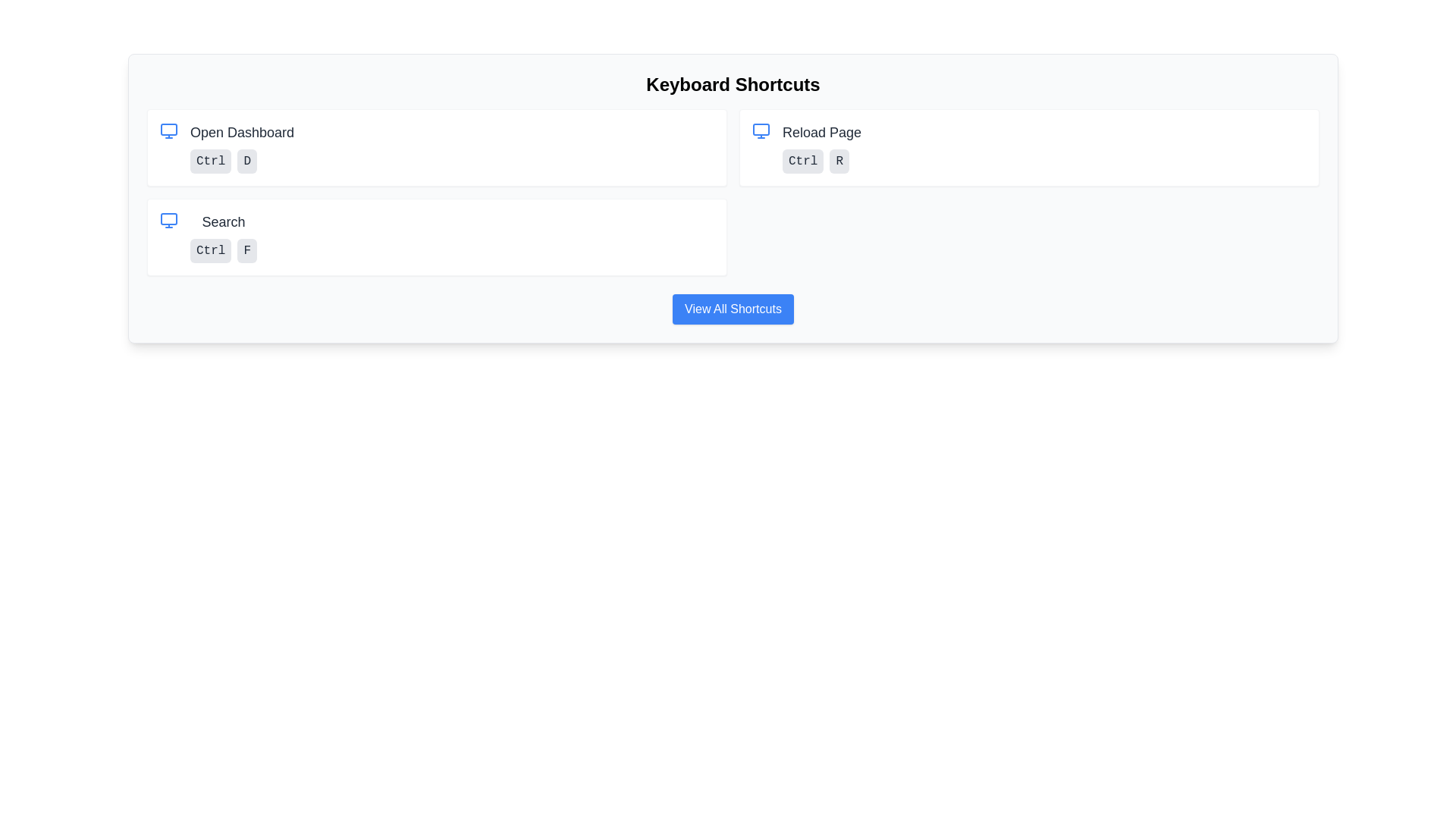  Describe the element at coordinates (247, 161) in the screenshot. I see `the 'D' key button, which is part of the keyboard shortcut for the 'Open Dashboard' action, located to the right of the 'Ctrl' key button` at that location.